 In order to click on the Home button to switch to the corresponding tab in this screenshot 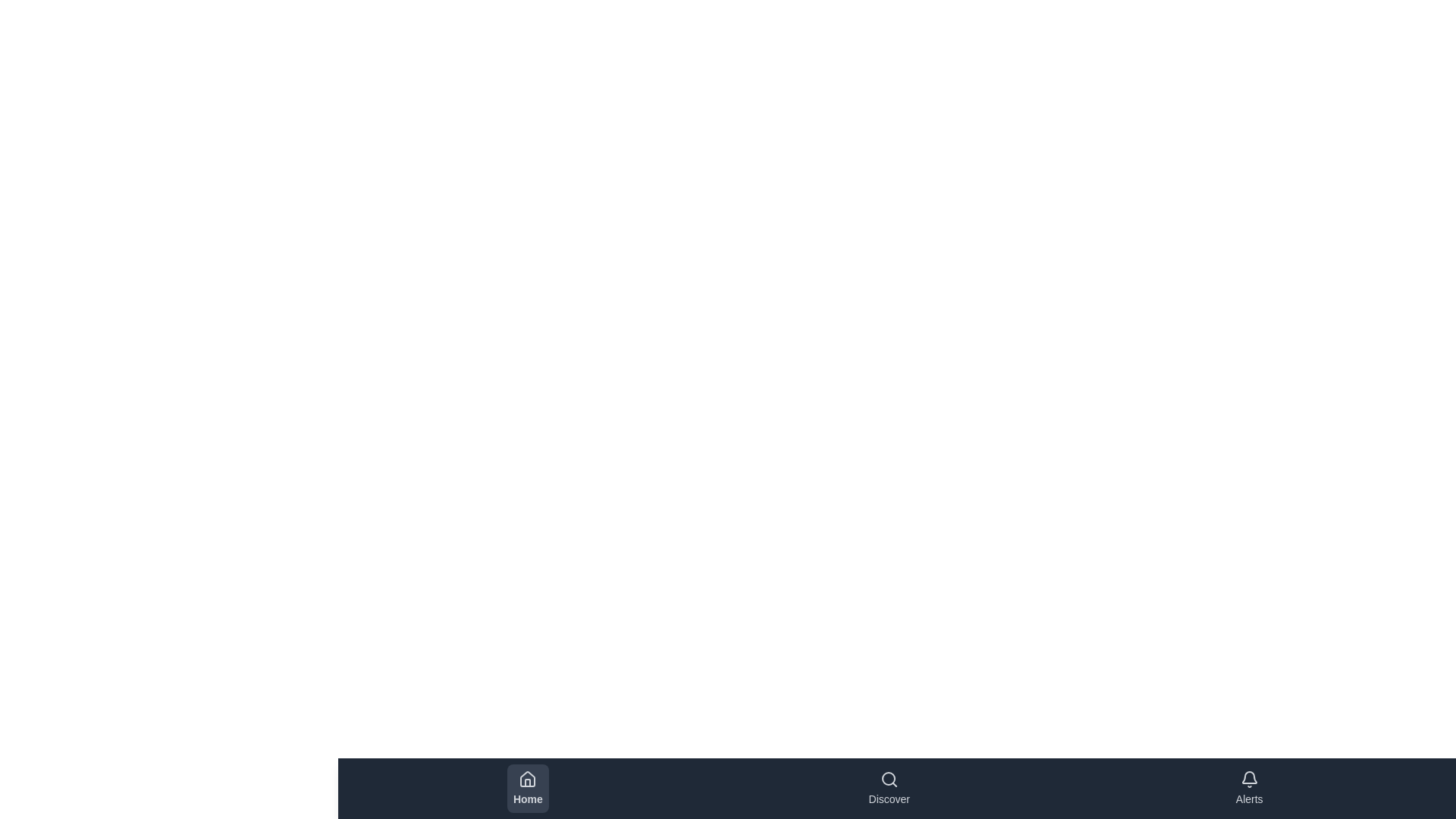, I will do `click(528, 788)`.